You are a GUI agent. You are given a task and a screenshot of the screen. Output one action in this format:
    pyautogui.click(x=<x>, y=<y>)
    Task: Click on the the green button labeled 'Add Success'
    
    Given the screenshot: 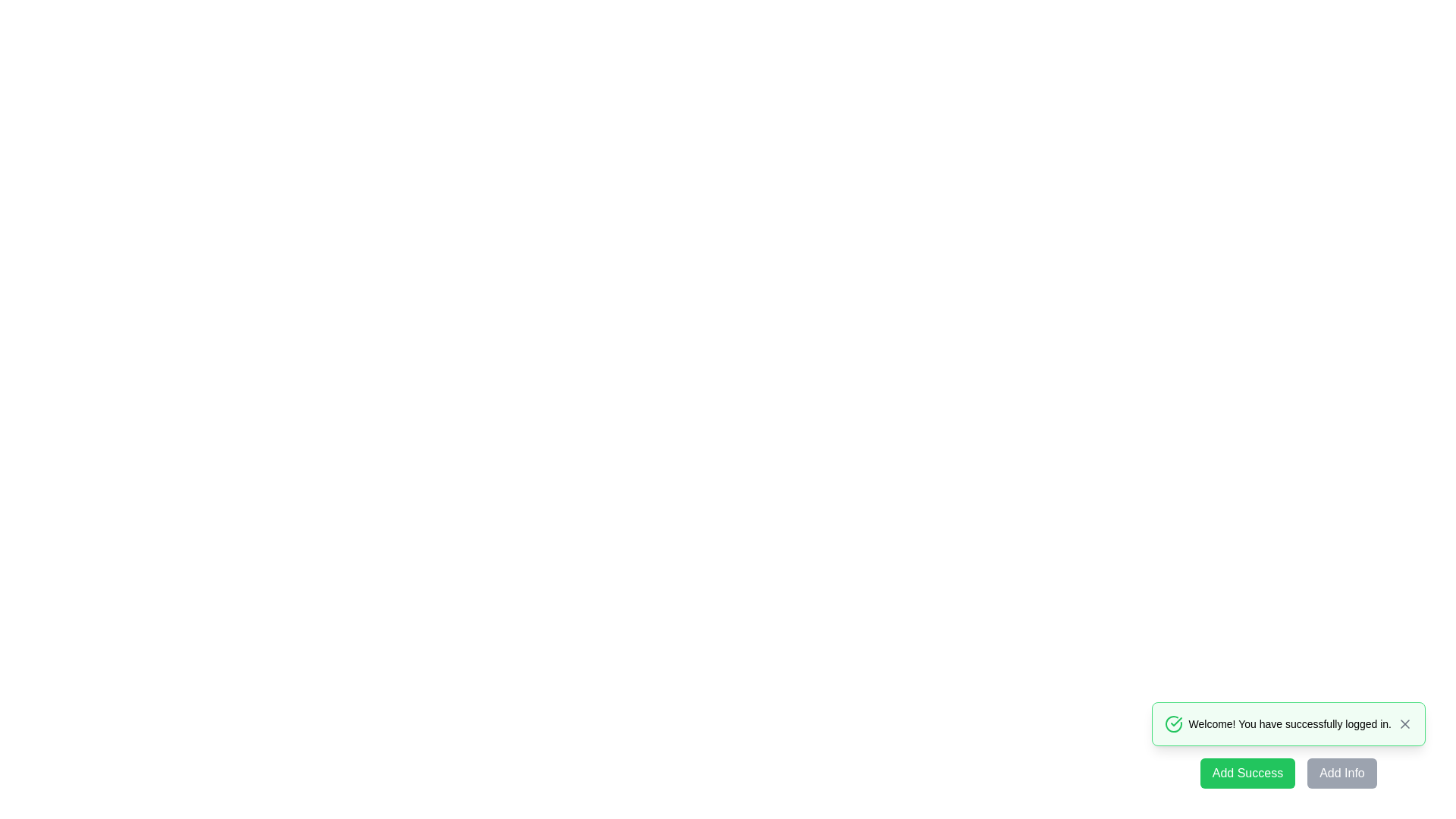 What is the action you would take?
    pyautogui.click(x=1247, y=773)
    